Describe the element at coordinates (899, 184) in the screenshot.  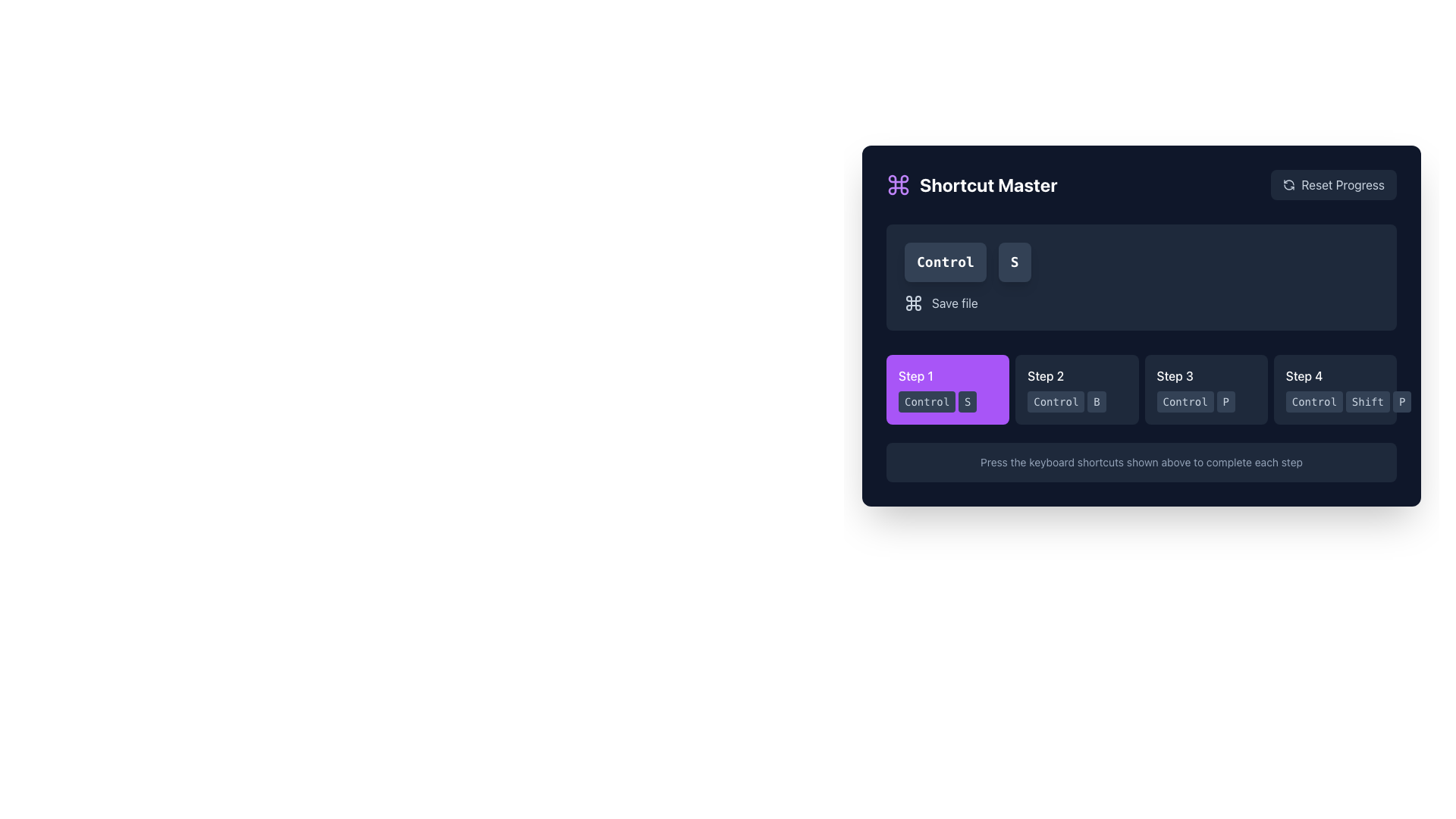
I see `the icon representing the 'Shortcut Master' section, located on the top-left side and to the immediate left of the text 'Shortcut Master'` at that location.